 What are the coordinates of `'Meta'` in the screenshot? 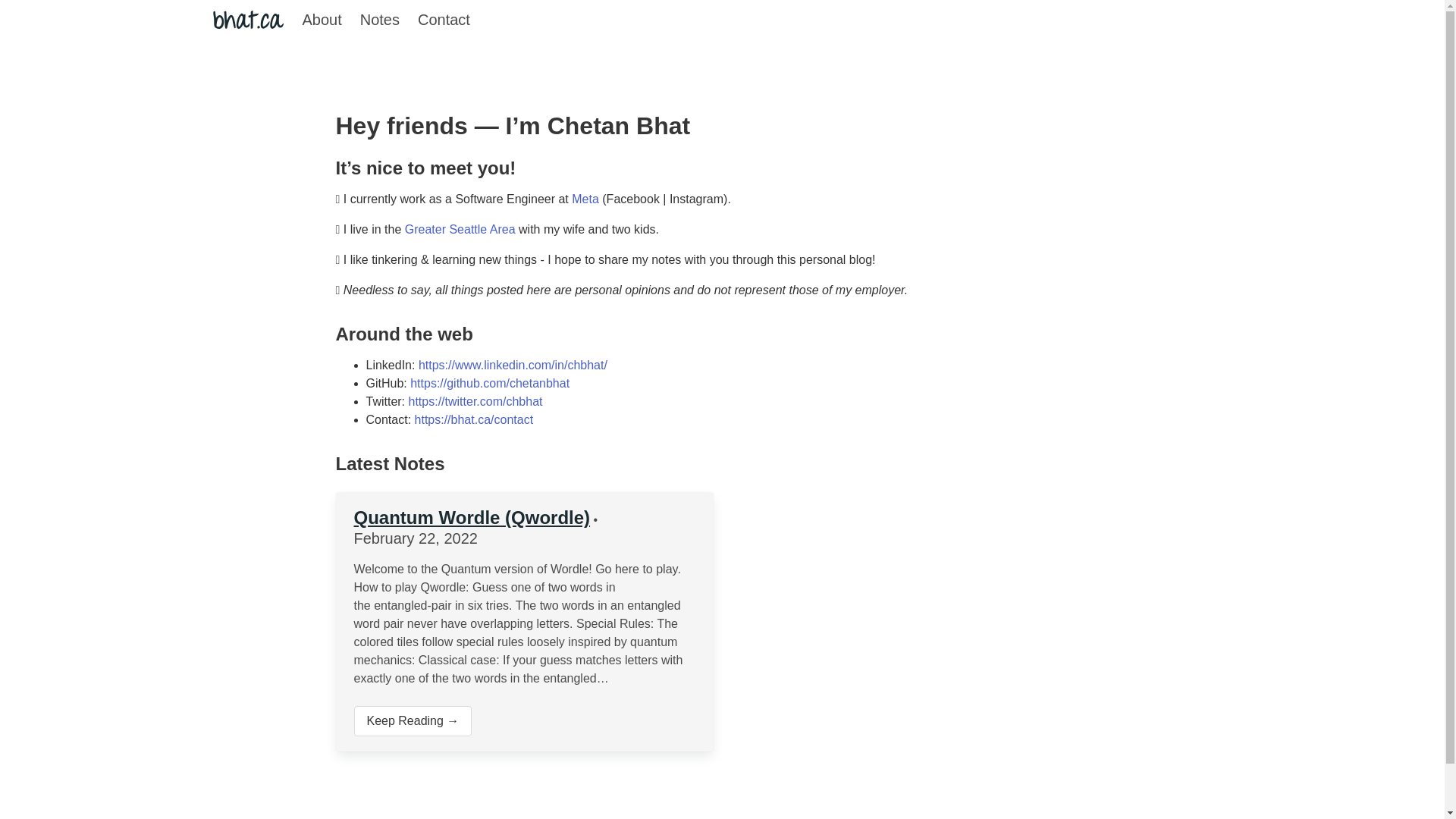 It's located at (585, 198).